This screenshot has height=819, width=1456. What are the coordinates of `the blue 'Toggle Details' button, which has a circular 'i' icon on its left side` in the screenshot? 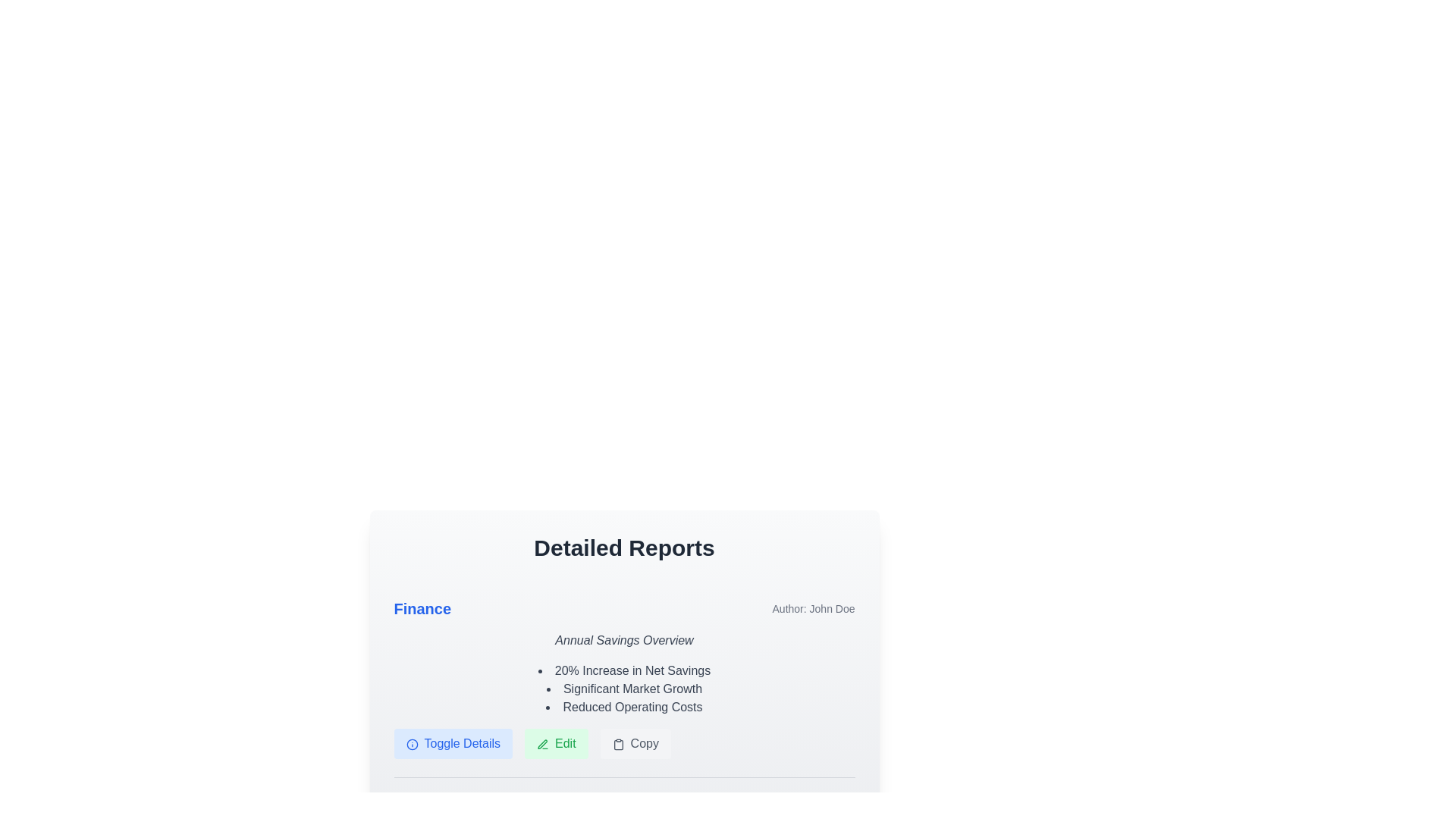 It's located at (452, 742).